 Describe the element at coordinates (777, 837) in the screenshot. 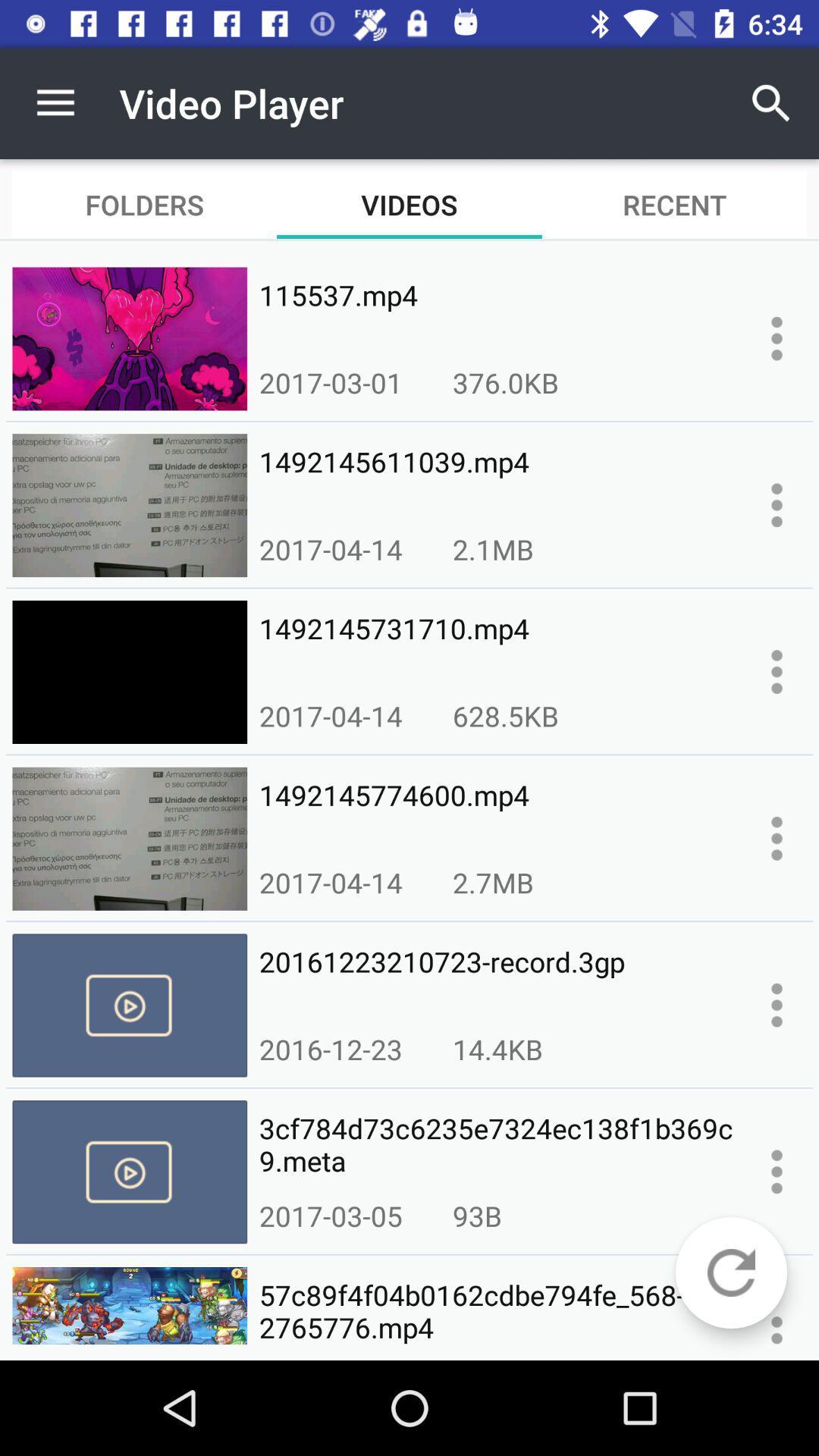

I see `more info` at that location.